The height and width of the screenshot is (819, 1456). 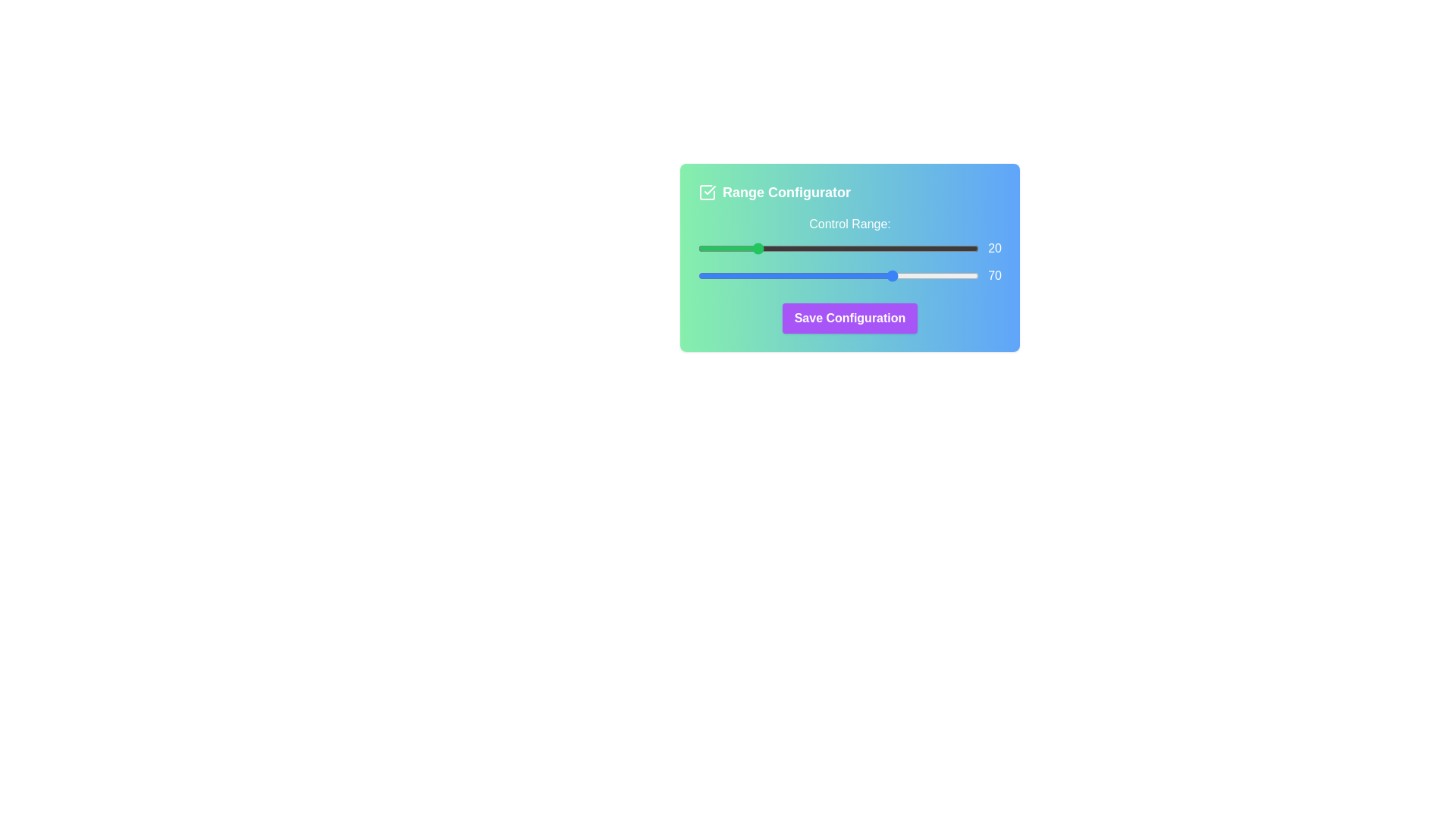 What do you see at coordinates (729, 247) in the screenshot?
I see `the start range slider to set the value to 11` at bounding box center [729, 247].